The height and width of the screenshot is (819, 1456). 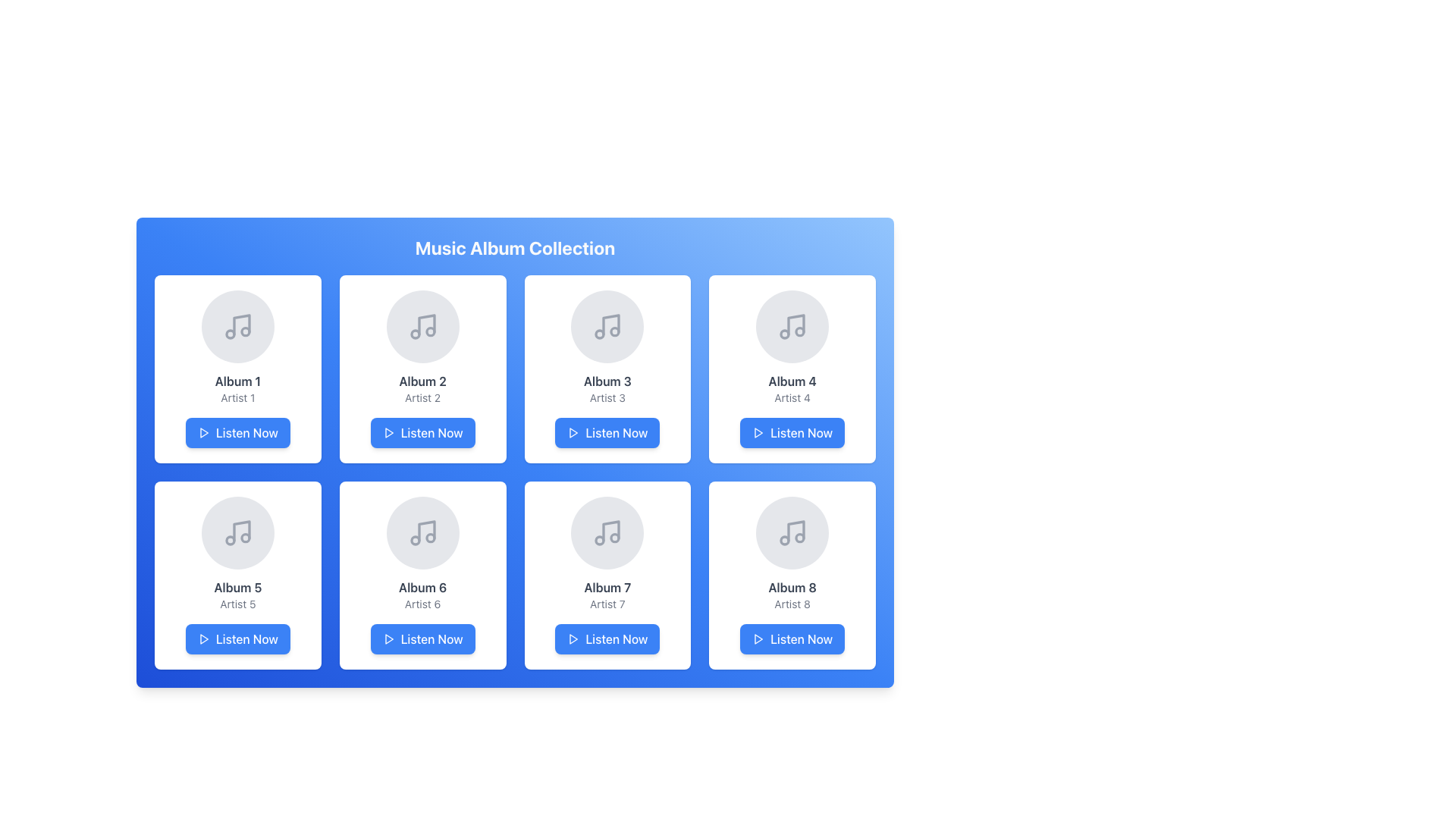 What do you see at coordinates (422, 380) in the screenshot?
I see `the text label element that identifies 'Album 2', located in the second card of the top row, below the circular placeholder and above 'Artist 2'` at bounding box center [422, 380].